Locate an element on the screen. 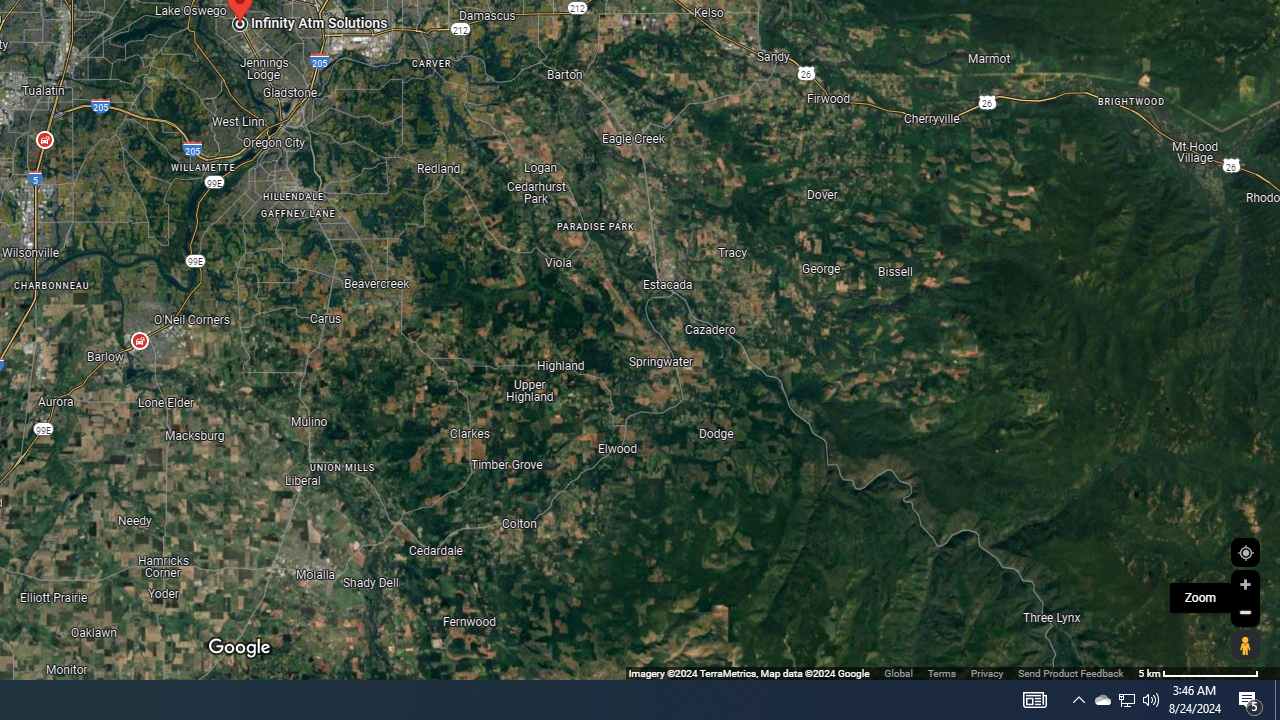 The image size is (1280, 720). 'Zoom' is located at coordinates (1200, 596).